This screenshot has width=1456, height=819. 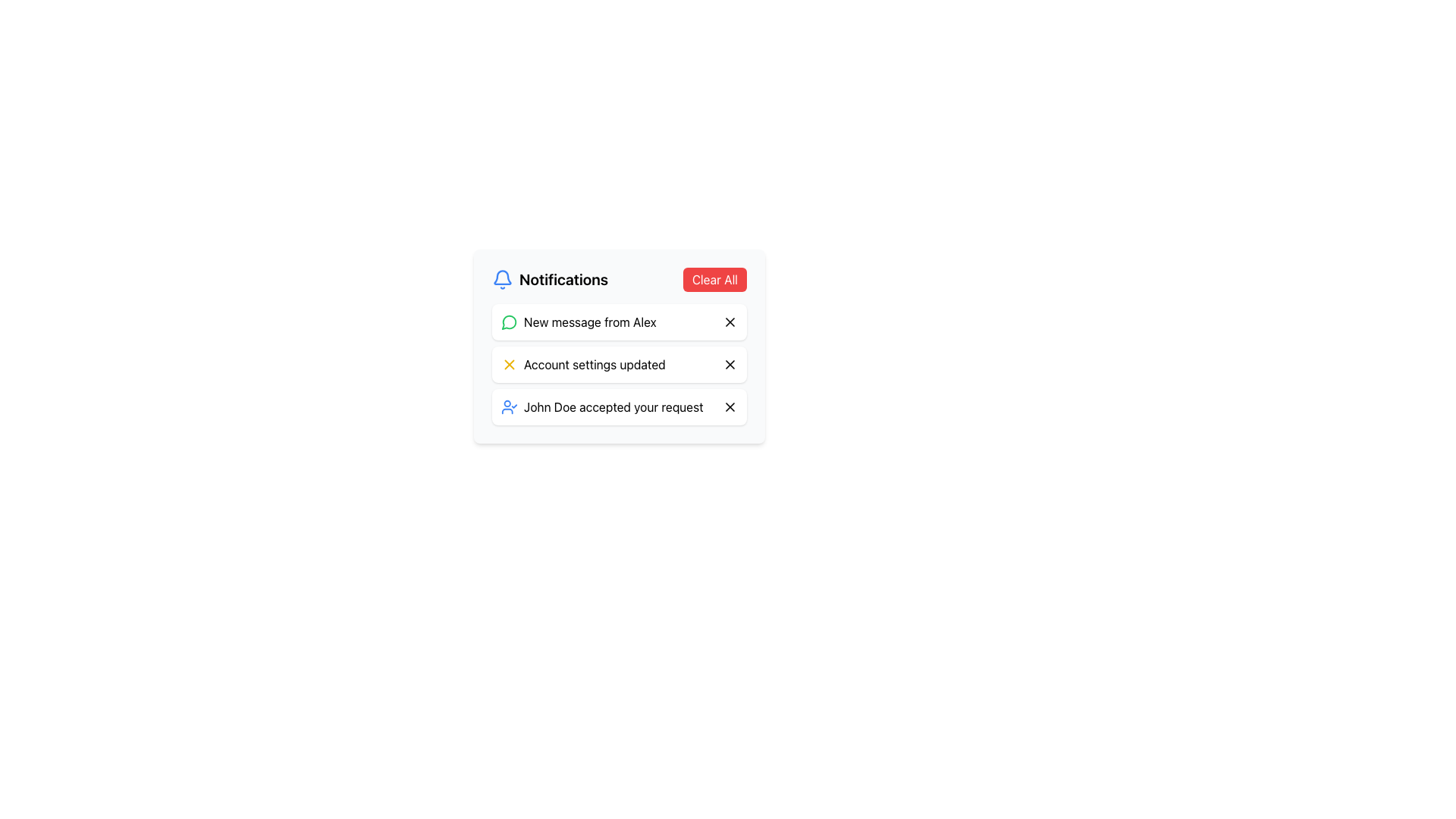 What do you see at coordinates (582, 365) in the screenshot?
I see `text 'Account settings updated' which is styled in black font and accompanied by a yellow icon resembling a close or error symbol, located as the second notification item in the dropdown` at bounding box center [582, 365].